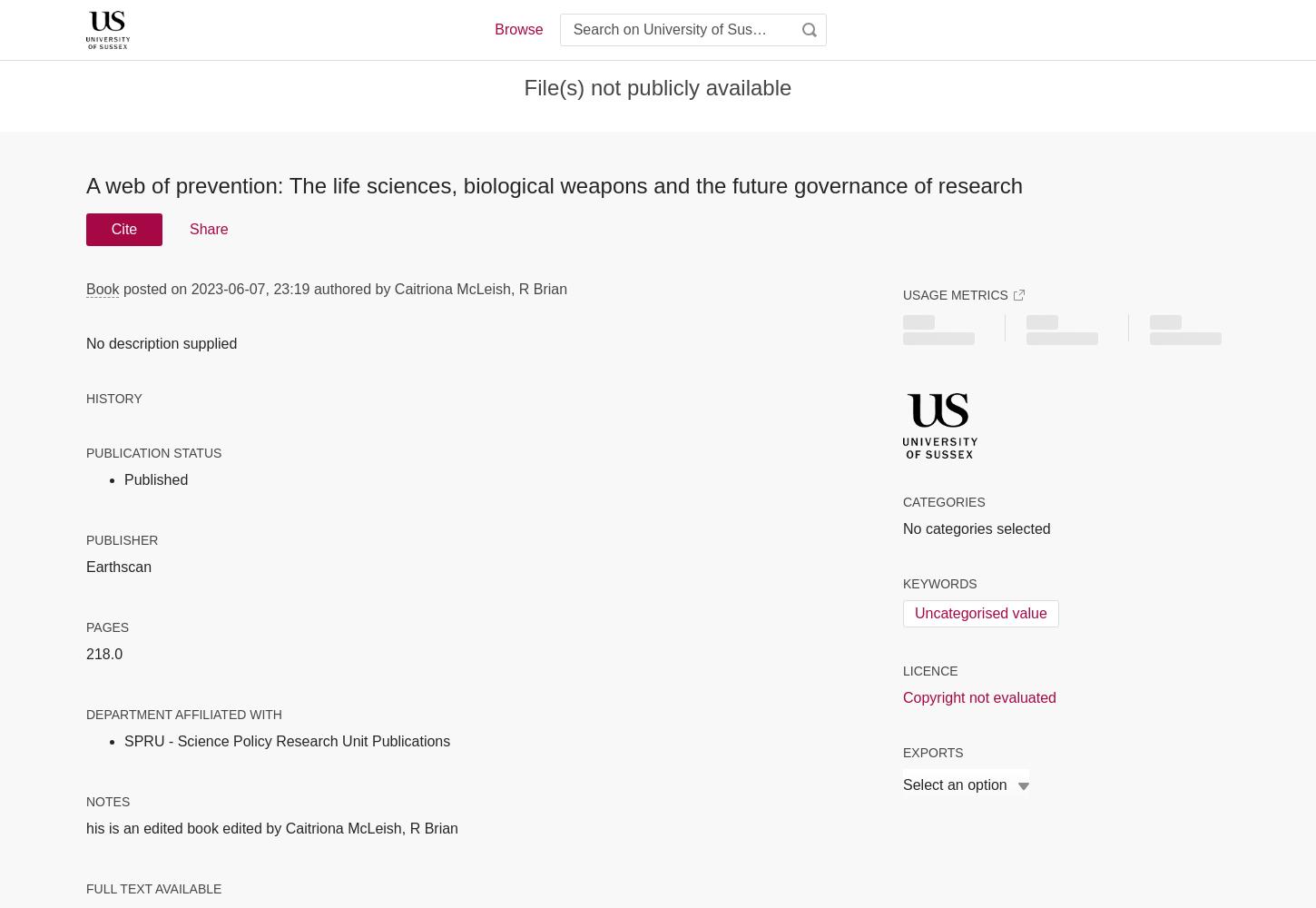  What do you see at coordinates (250, 287) in the screenshot?
I see `'2023-06-07, 23:19'` at bounding box center [250, 287].